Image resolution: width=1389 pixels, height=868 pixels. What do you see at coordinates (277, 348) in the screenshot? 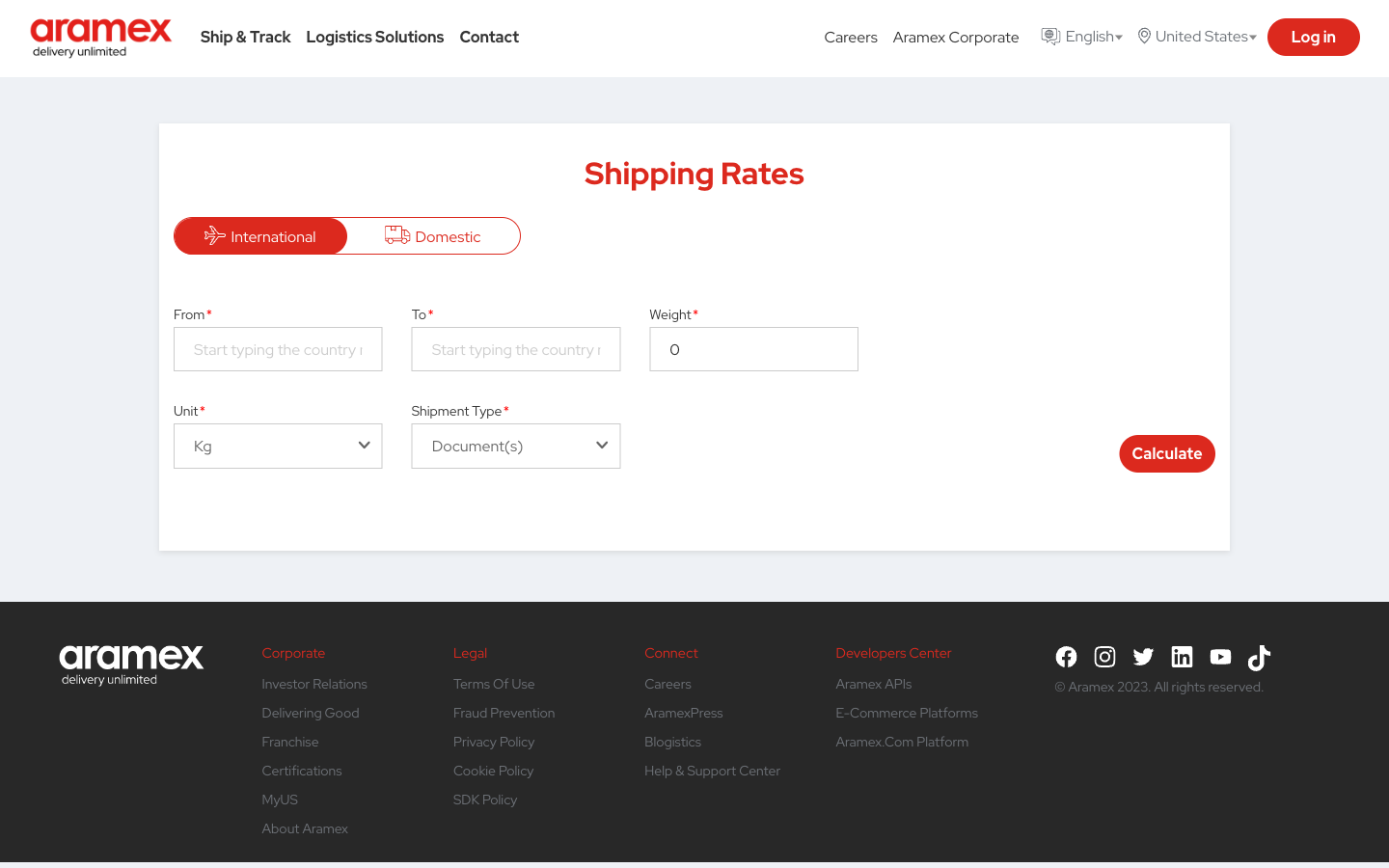
I see `Calculate the price to send a document from United States to India with weight in Kg by filling these details` at bounding box center [277, 348].